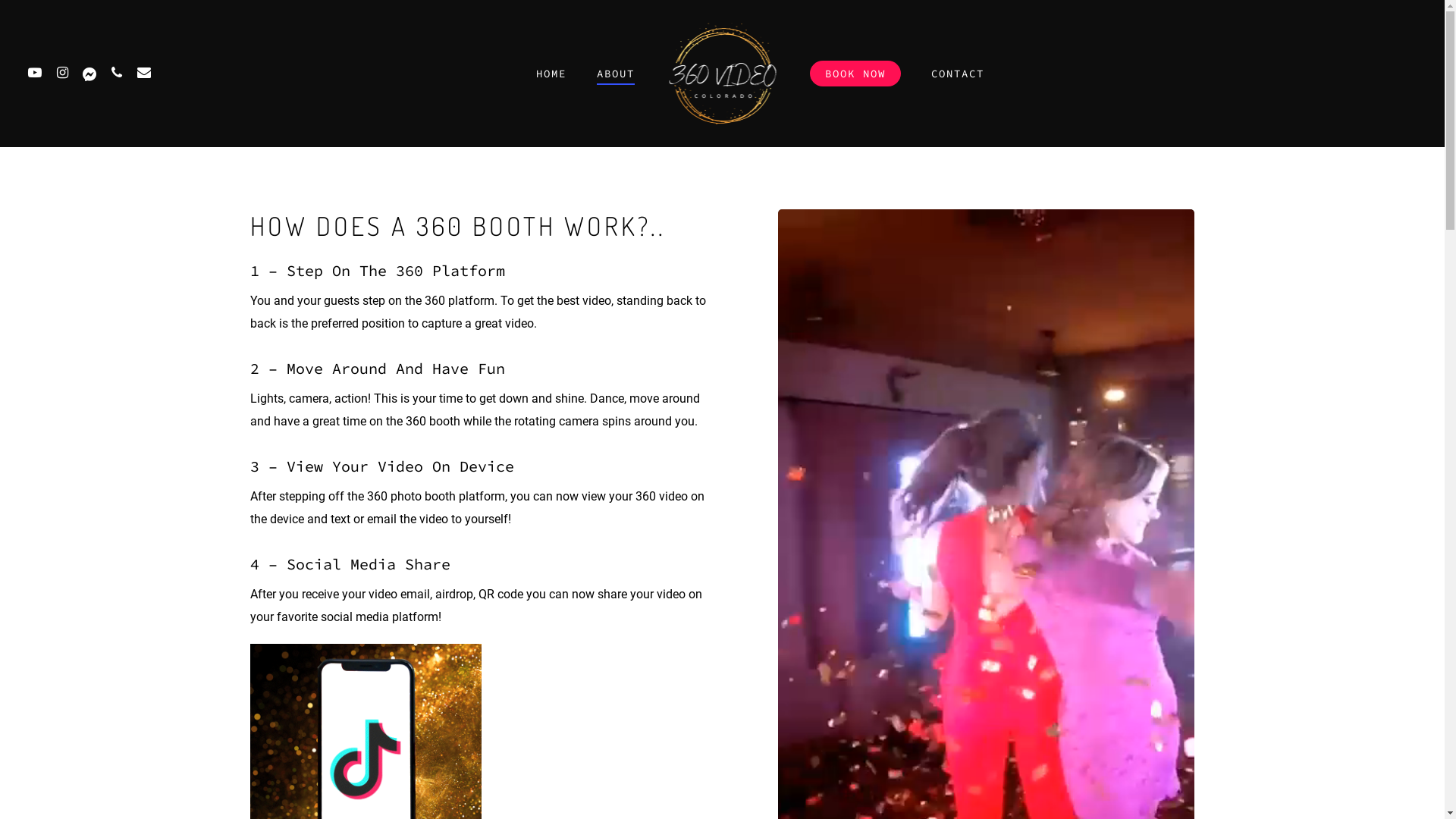  I want to click on 'PHONE', so click(115, 73).